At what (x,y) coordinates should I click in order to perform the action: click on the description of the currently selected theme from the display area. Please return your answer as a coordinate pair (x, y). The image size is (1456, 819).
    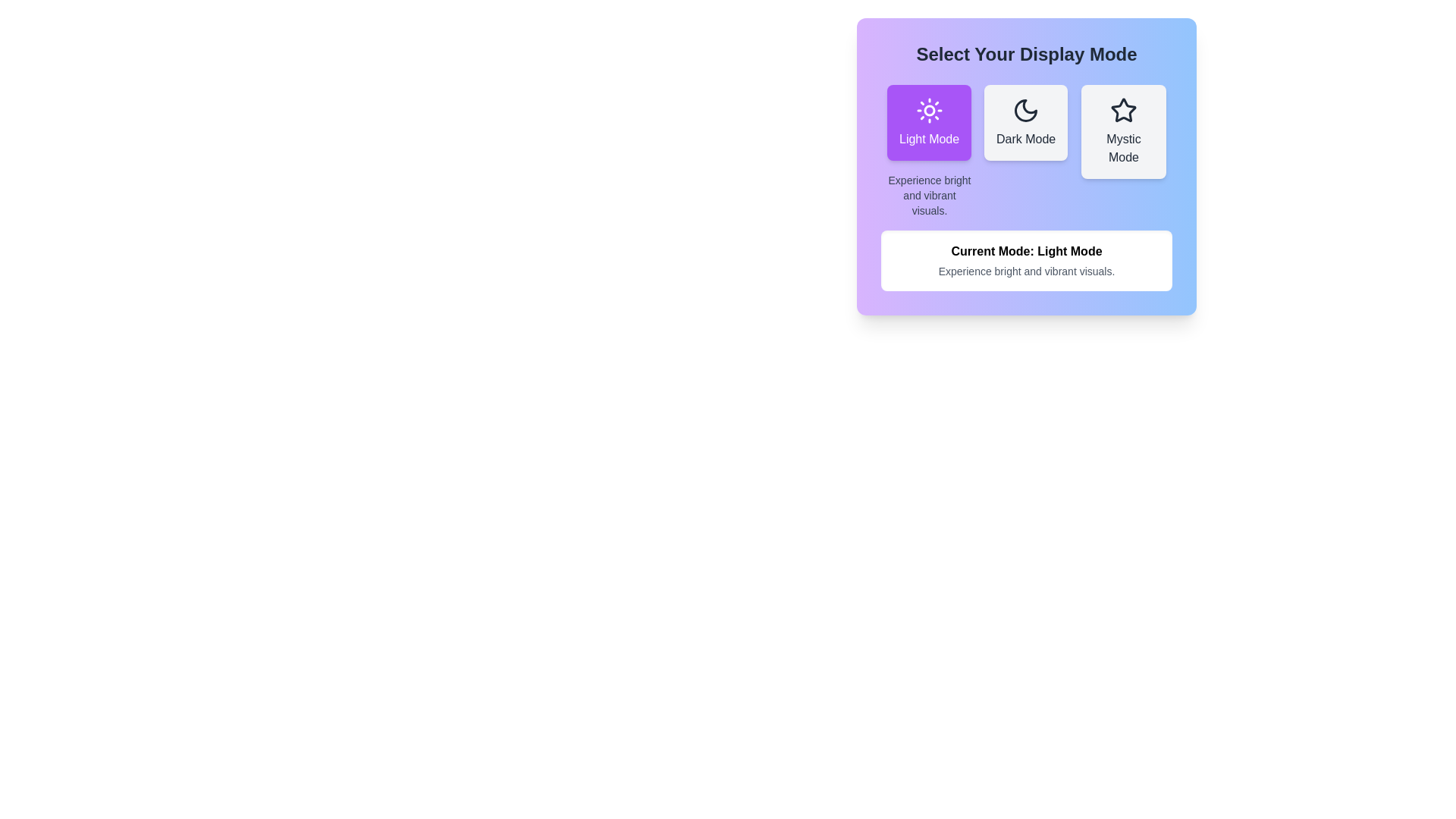
    Looking at the image, I should click on (1026, 259).